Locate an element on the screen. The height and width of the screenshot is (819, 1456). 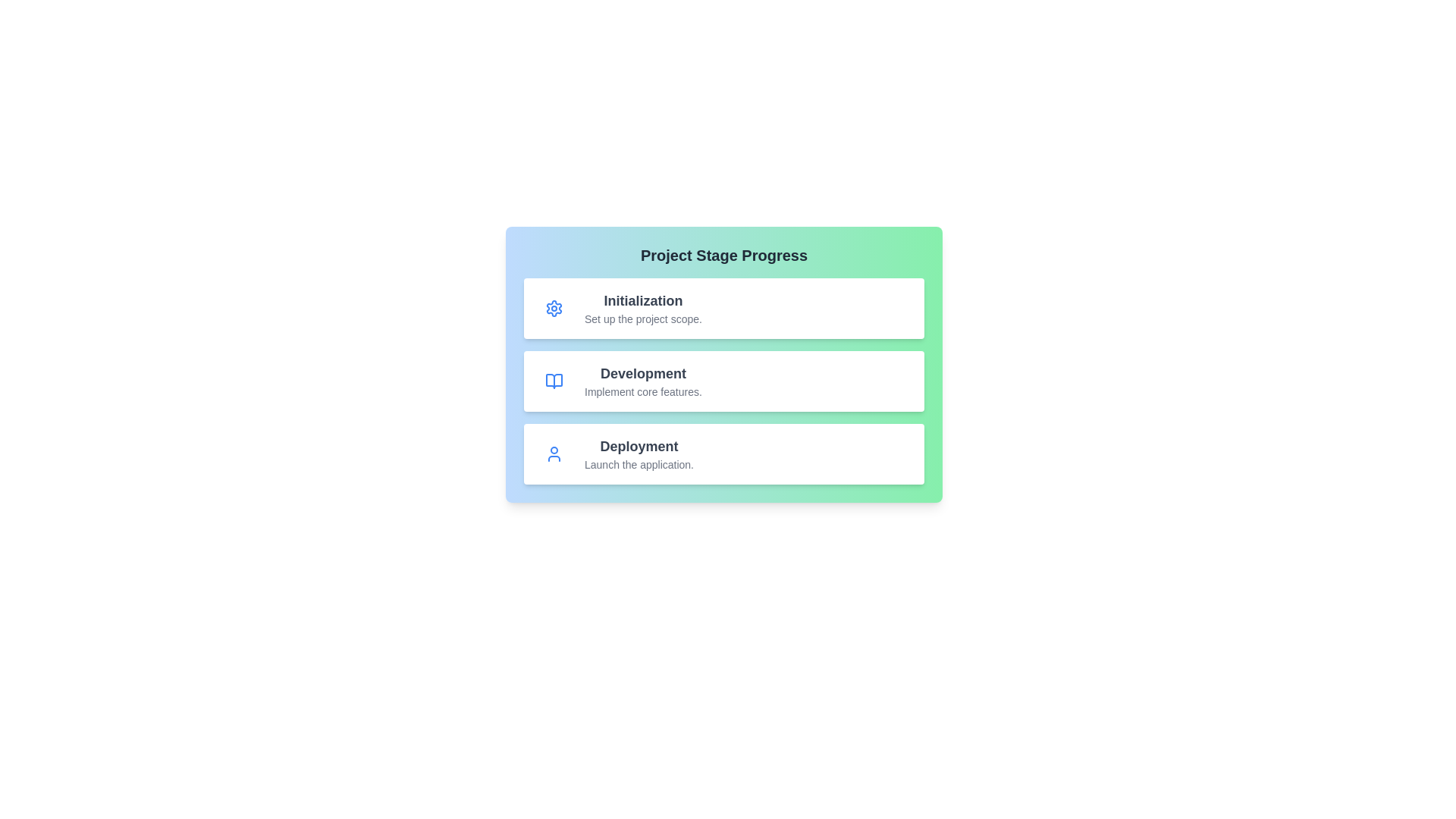
the blue gear-like icon representing settings, located at the top-left section of the 'Initialization' entry in the 'Project Stage Progress' list is located at coordinates (553, 308).